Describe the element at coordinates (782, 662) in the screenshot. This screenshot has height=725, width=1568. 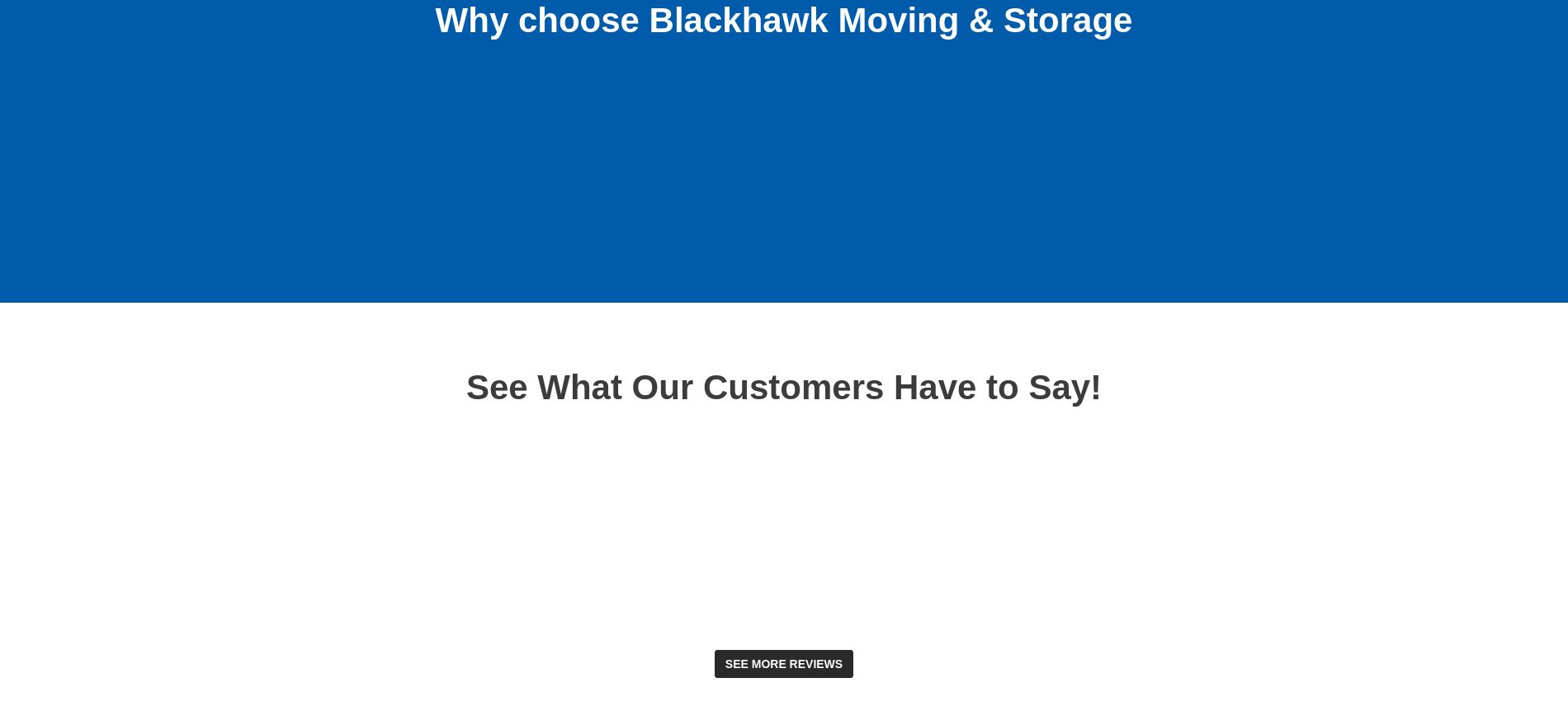
I see `'See More Reviews'` at that location.